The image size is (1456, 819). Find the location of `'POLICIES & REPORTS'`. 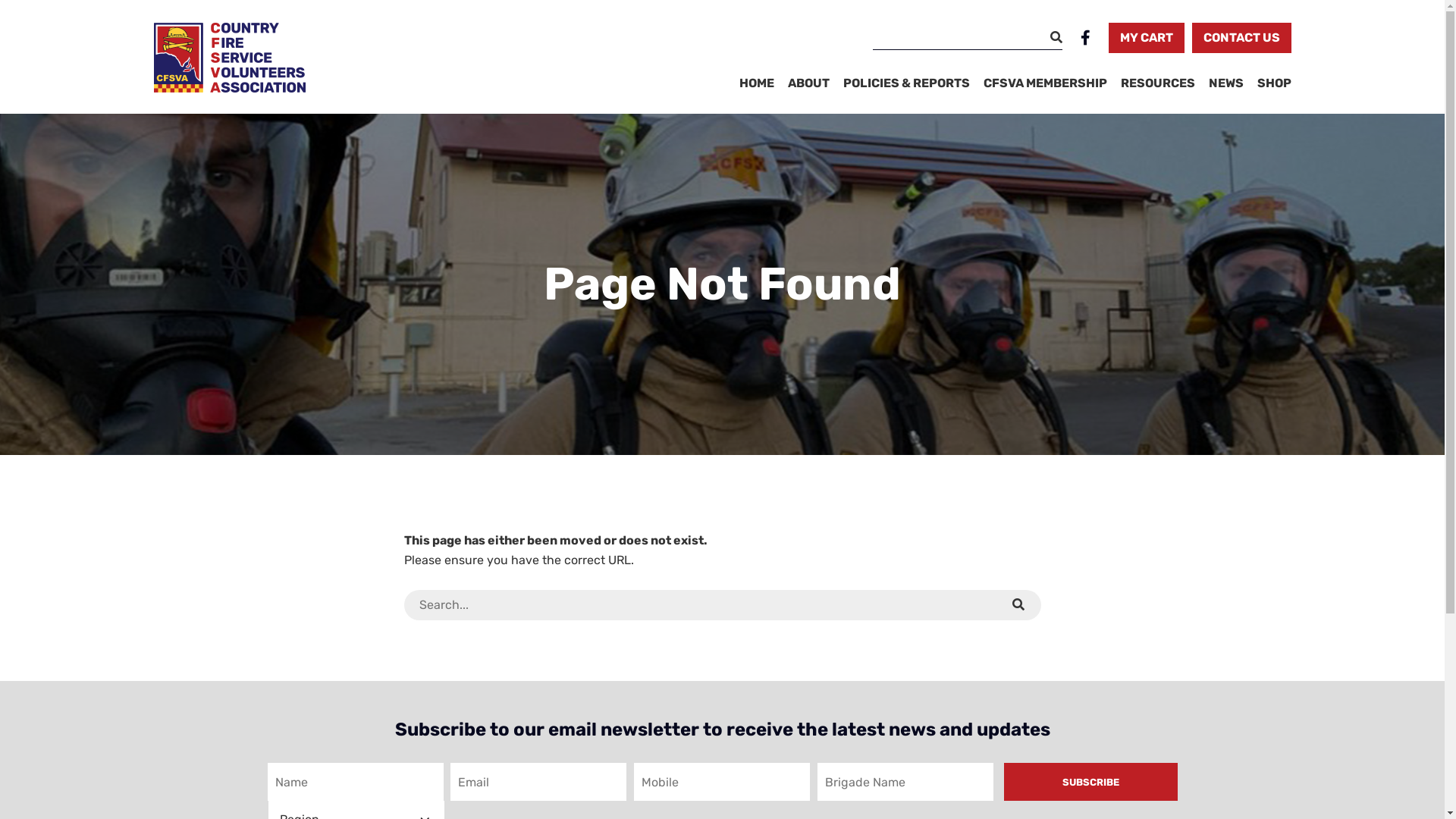

'POLICIES & REPORTS' is located at coordinates (906, 83).